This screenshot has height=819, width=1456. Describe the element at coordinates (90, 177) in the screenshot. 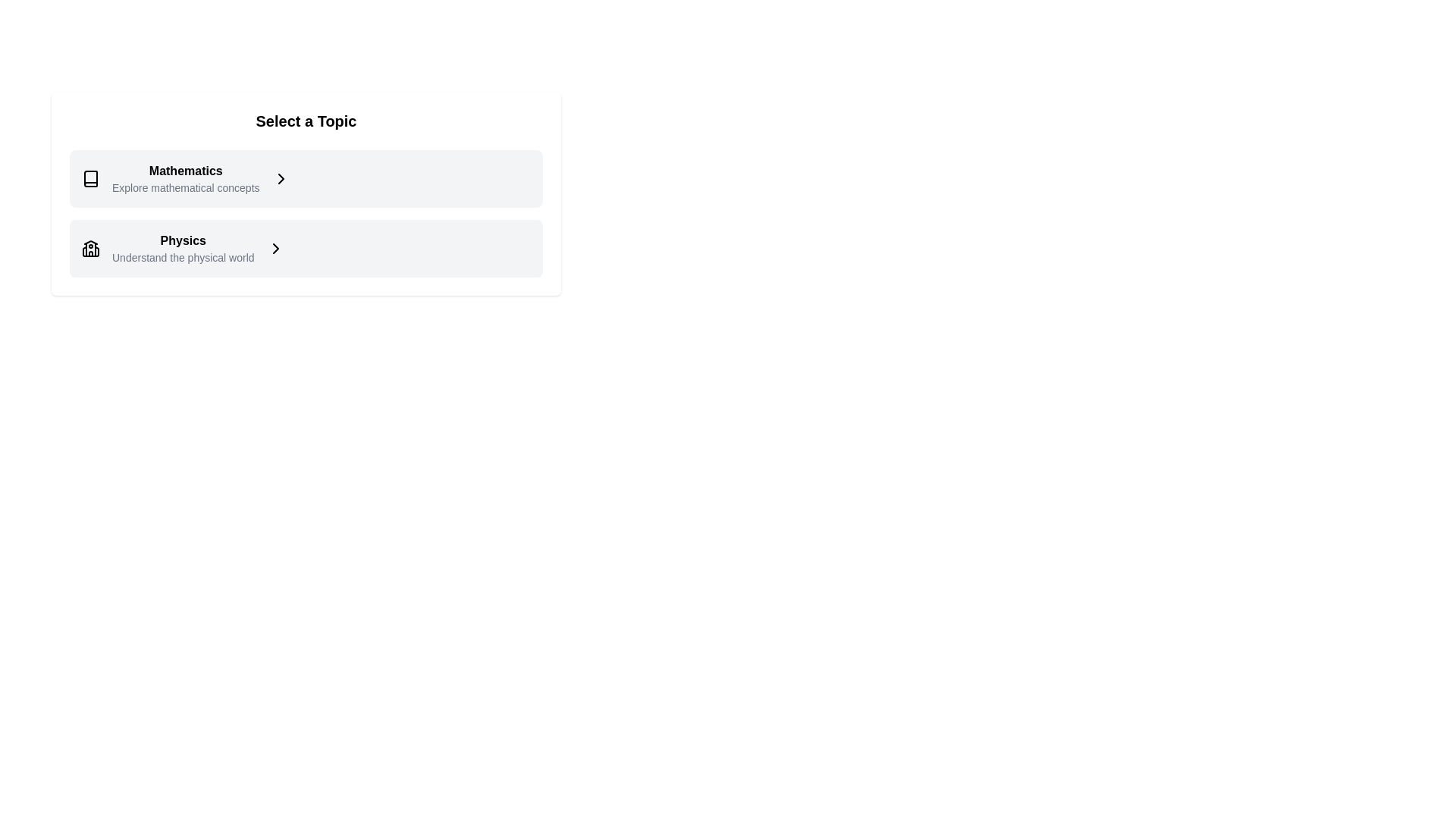

I see `the decorative icon representing the topic 'Mathematics' located in the first list item labeled 'Mathematics' with the subtitle 'Explore mathematical concepts', positioned to the far left of the text content` at that location.